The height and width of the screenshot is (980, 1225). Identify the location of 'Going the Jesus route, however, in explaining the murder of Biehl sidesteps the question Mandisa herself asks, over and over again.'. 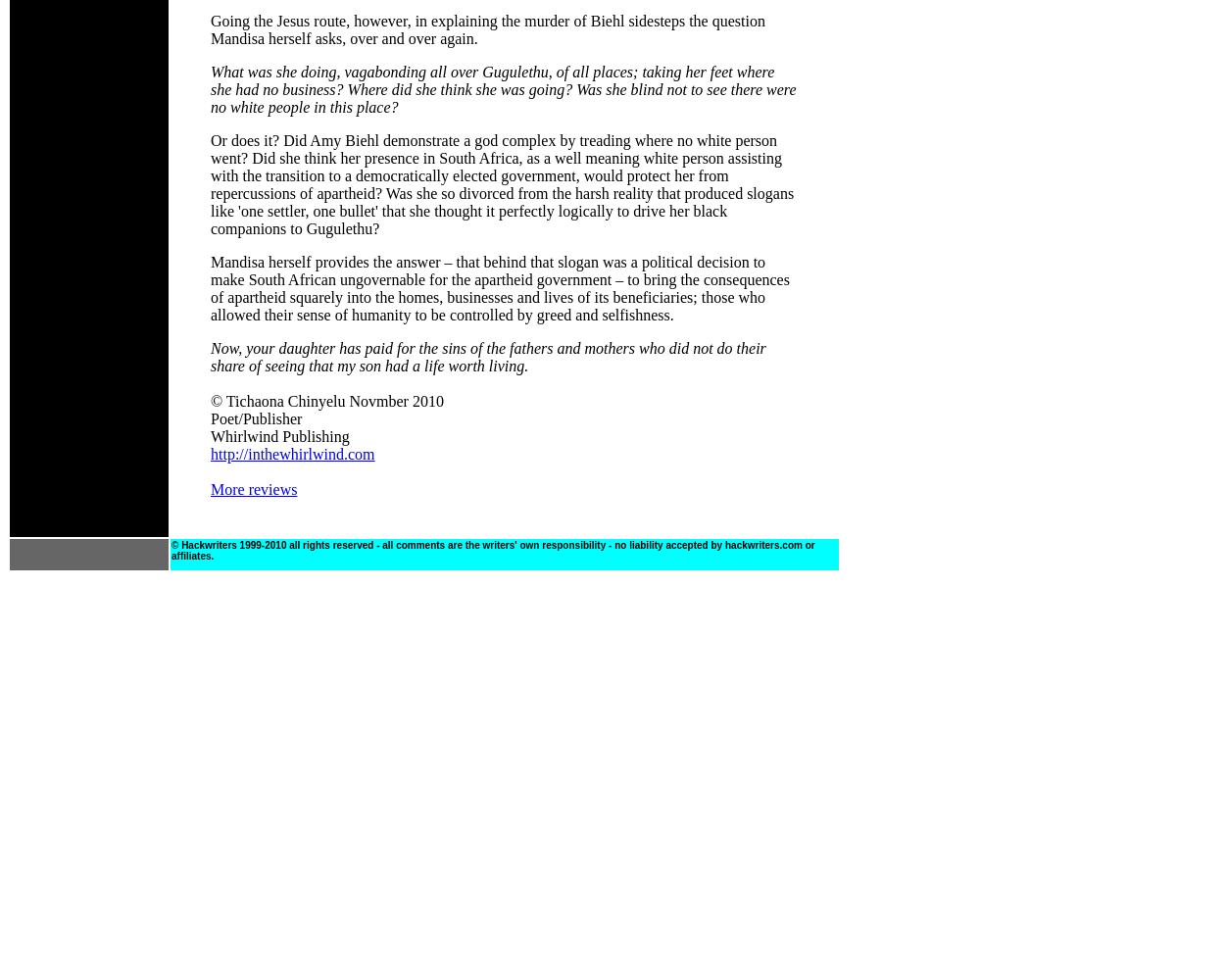
(486, 29).